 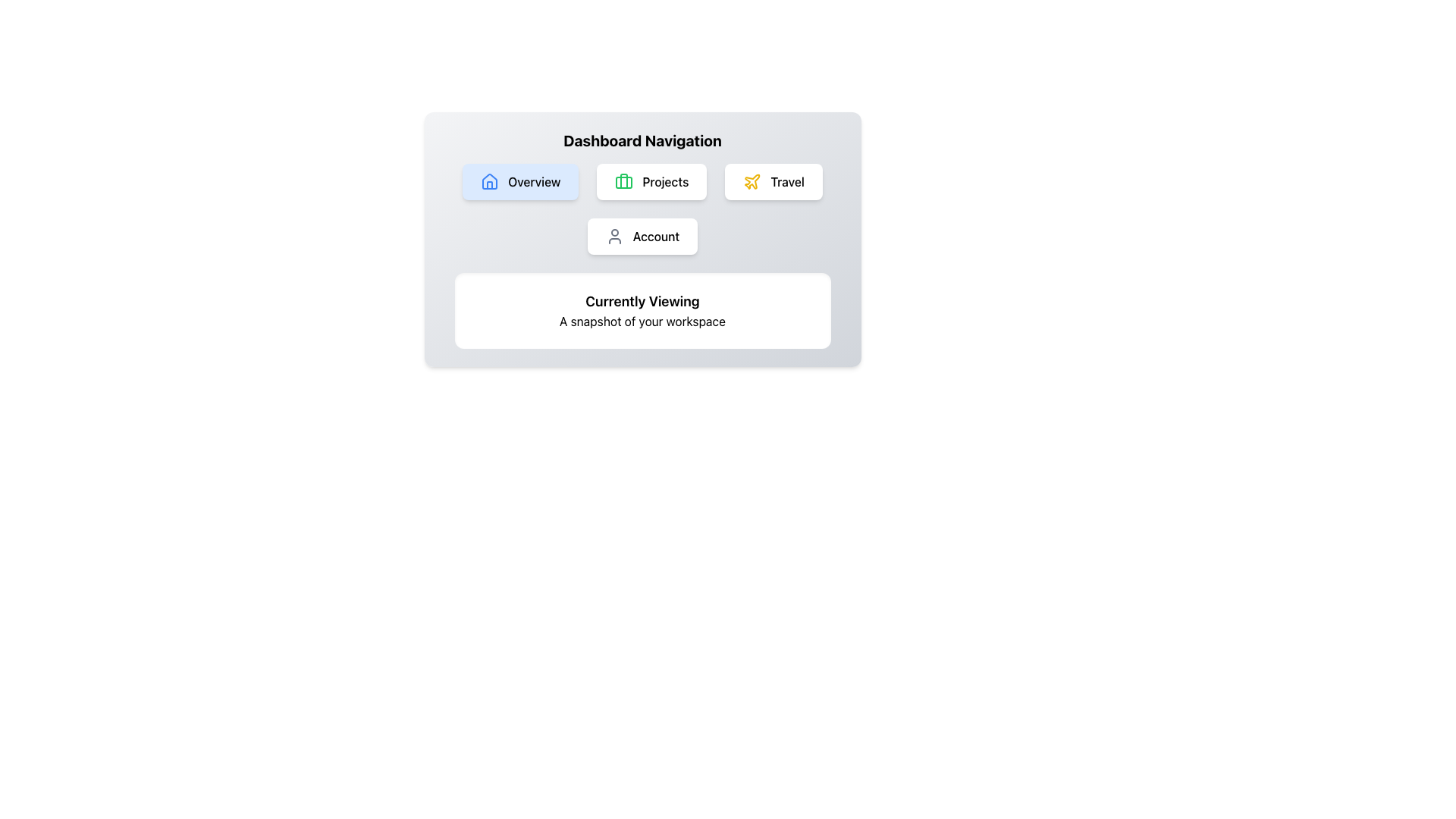 I want to click on text label that says 'A snapshot of your workspace', which is located immediately below the heading 'Currently Viewing' in a white rectangular section, so click(x=642, y=321).